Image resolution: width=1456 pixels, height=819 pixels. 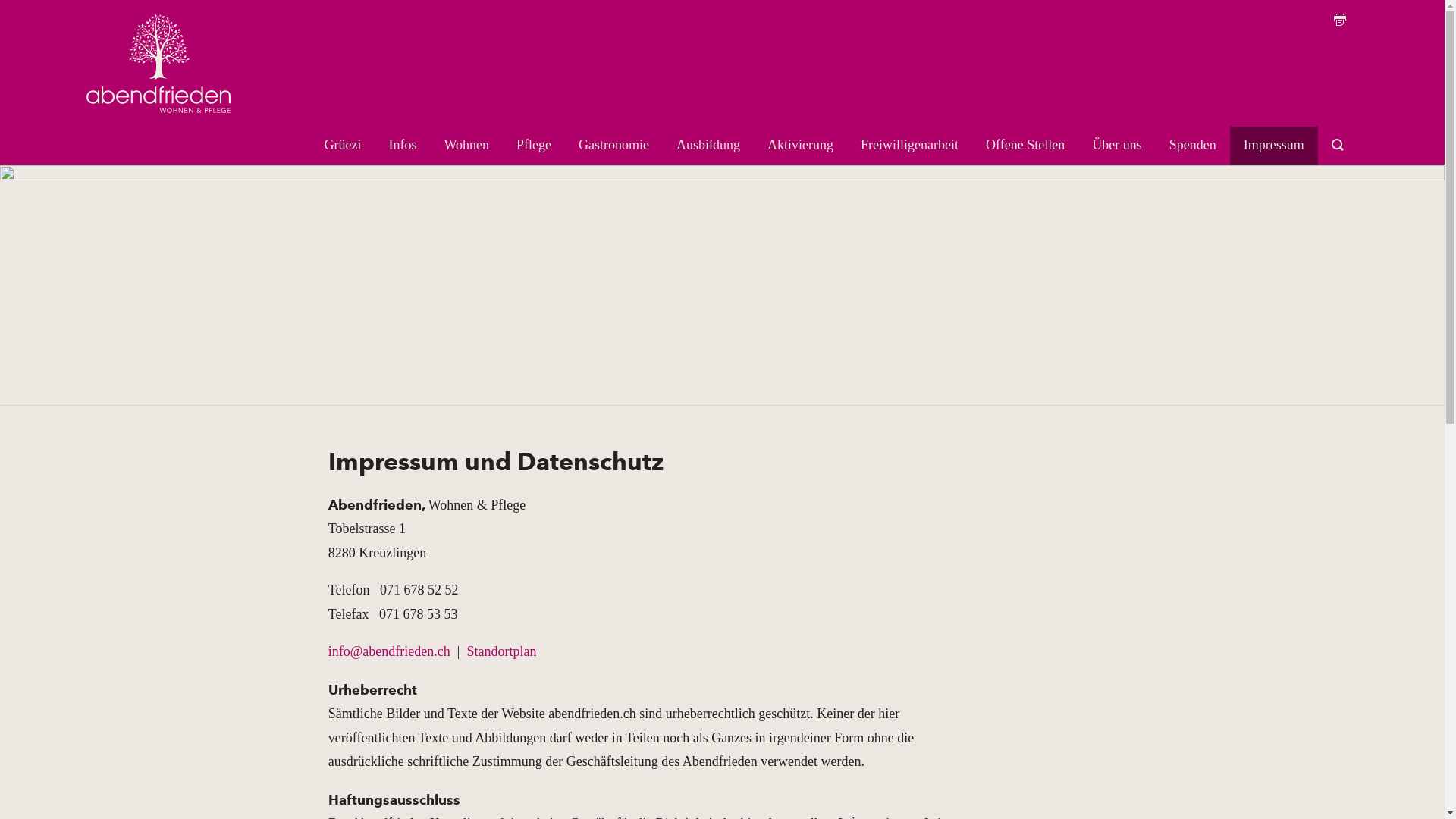 What do you see at coordinates (403, 146) in the screenshot?
I see `'Infos'` at bounding box center [403, 146].